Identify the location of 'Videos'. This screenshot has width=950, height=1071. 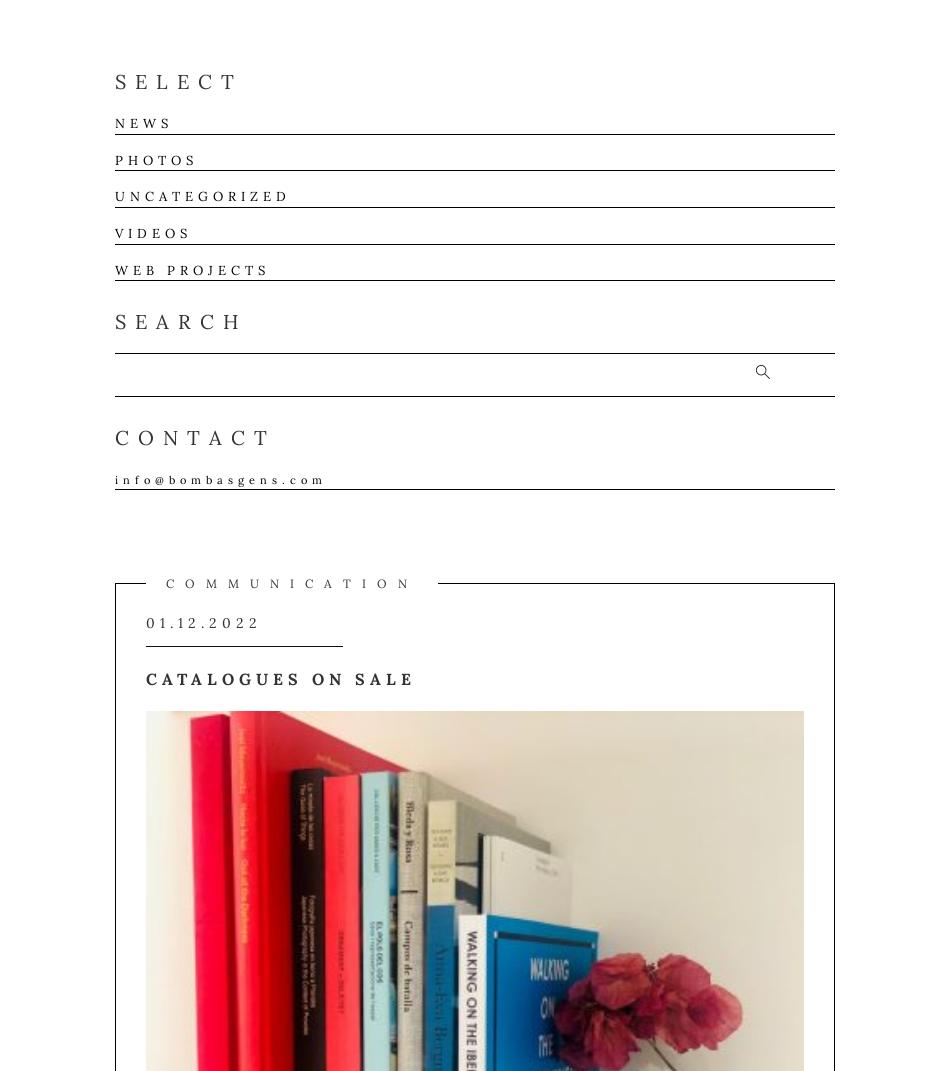
(153, 232).